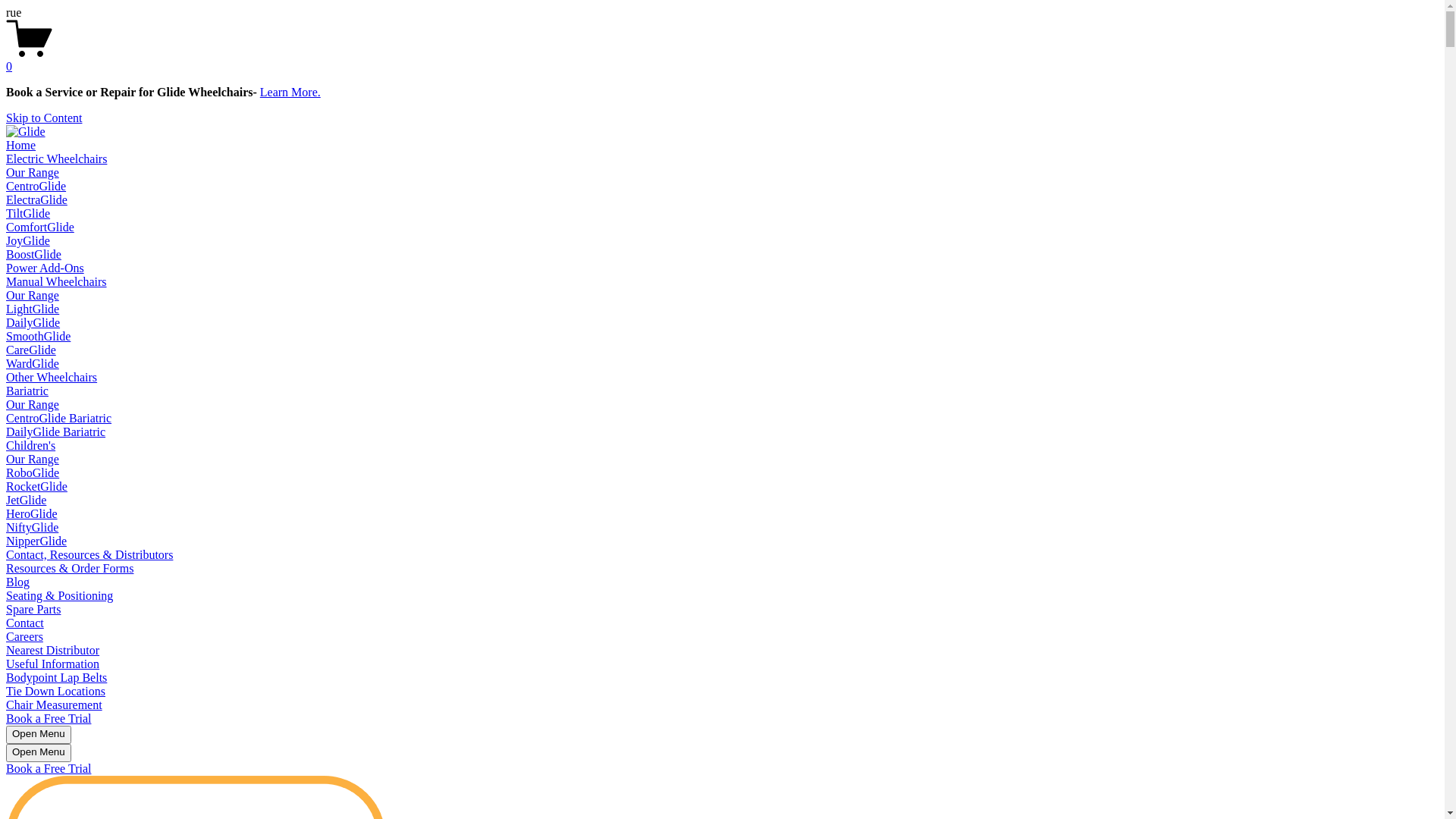  I want to click on 'Other Wheelchairs', so click(51, 376).